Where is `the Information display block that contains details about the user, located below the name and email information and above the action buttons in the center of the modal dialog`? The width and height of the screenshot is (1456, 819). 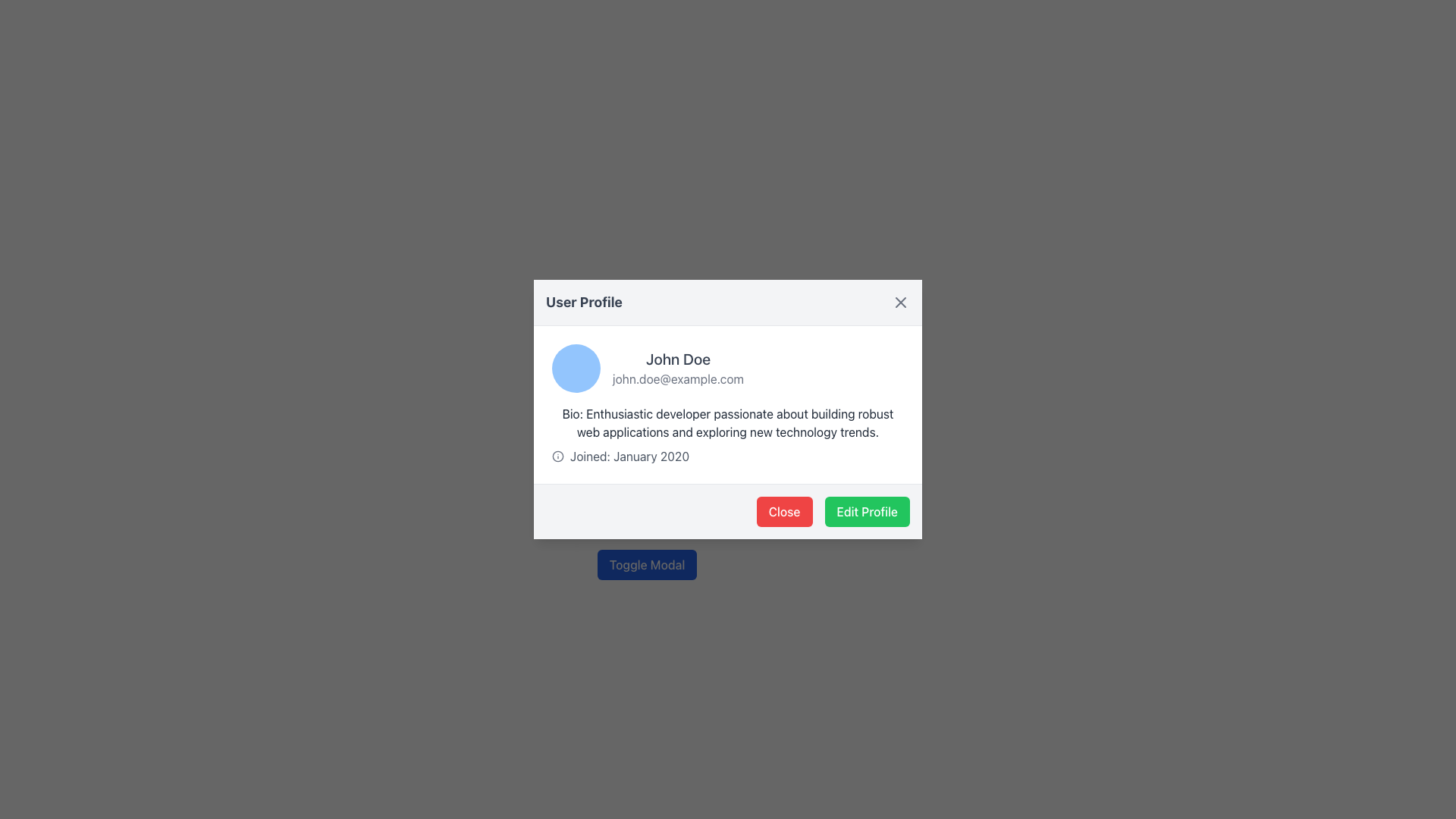
the Information display block that contains details about the user, located below the name and email information and above the action buttons in the center of the modal dialog is located at coordinates (728, 435).